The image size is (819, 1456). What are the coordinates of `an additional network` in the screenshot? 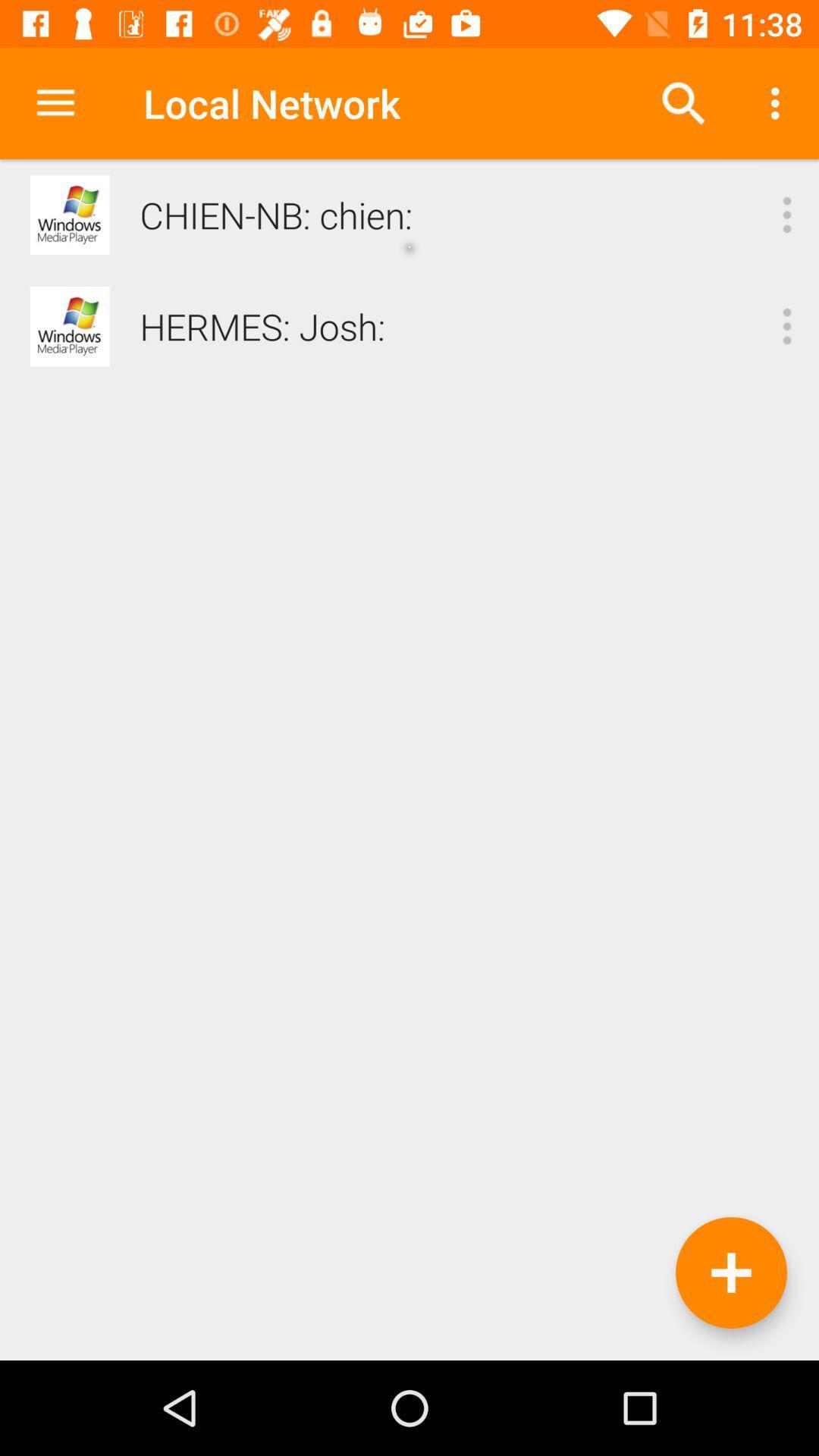 It's located at (730, 1272).